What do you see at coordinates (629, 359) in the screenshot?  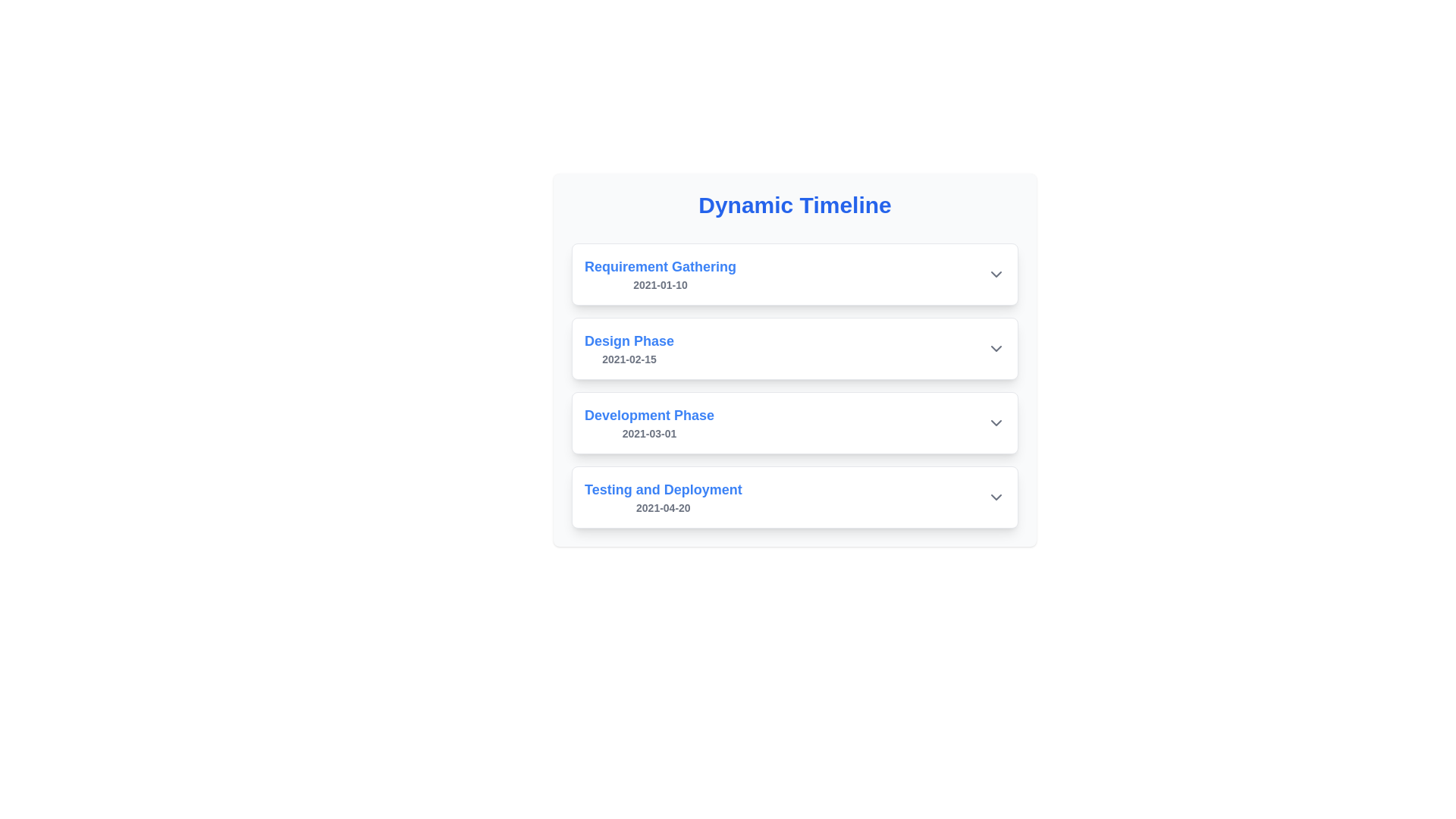 I see `the date label '2021-02-15' located below the 'Design Phase' title in the Dynamic Timeline interface` at bounding box center [629, 359].